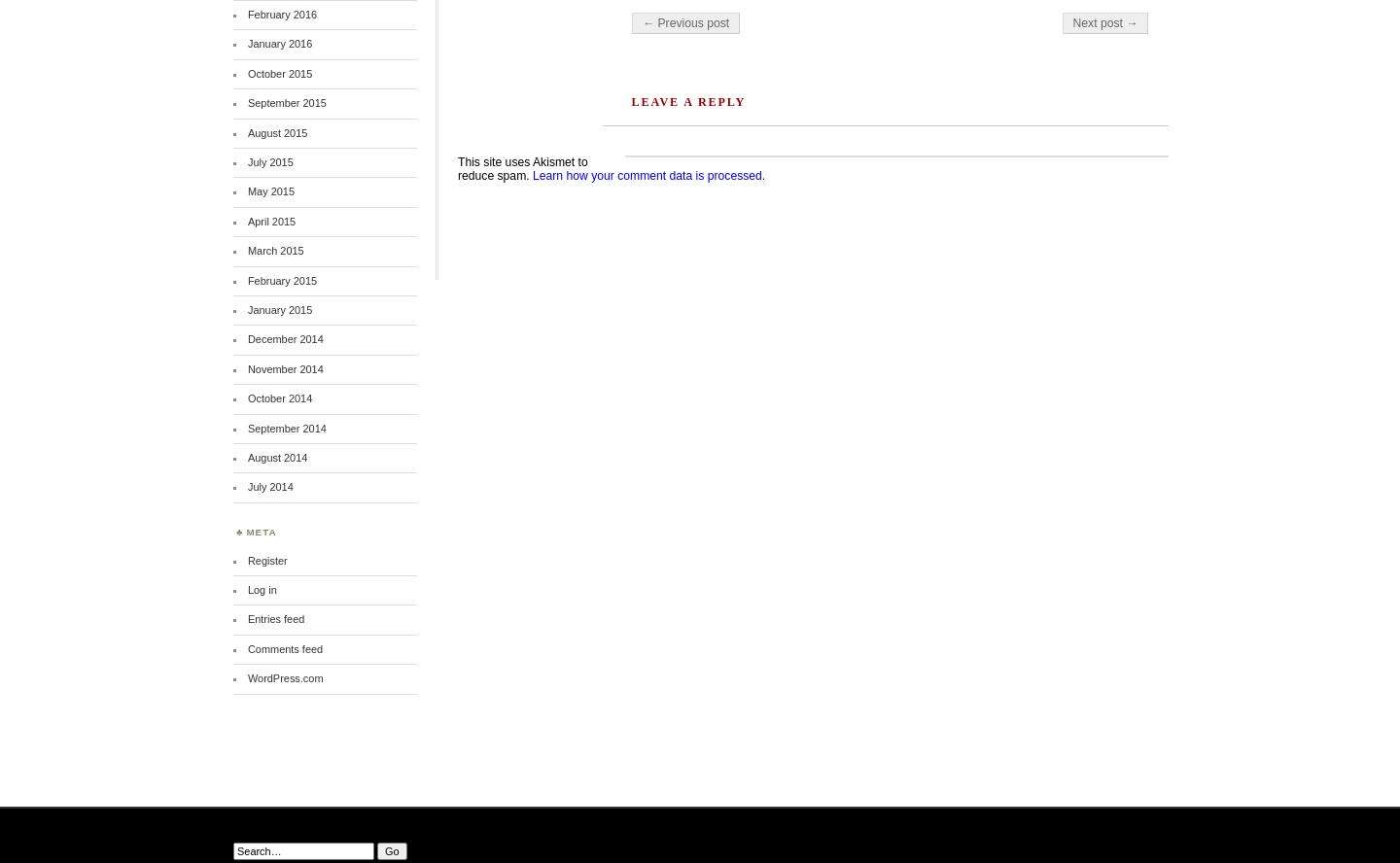 The height and width of the screenshot is (863, 1400). I want to click on 'Comments feed', so click(284, 647).